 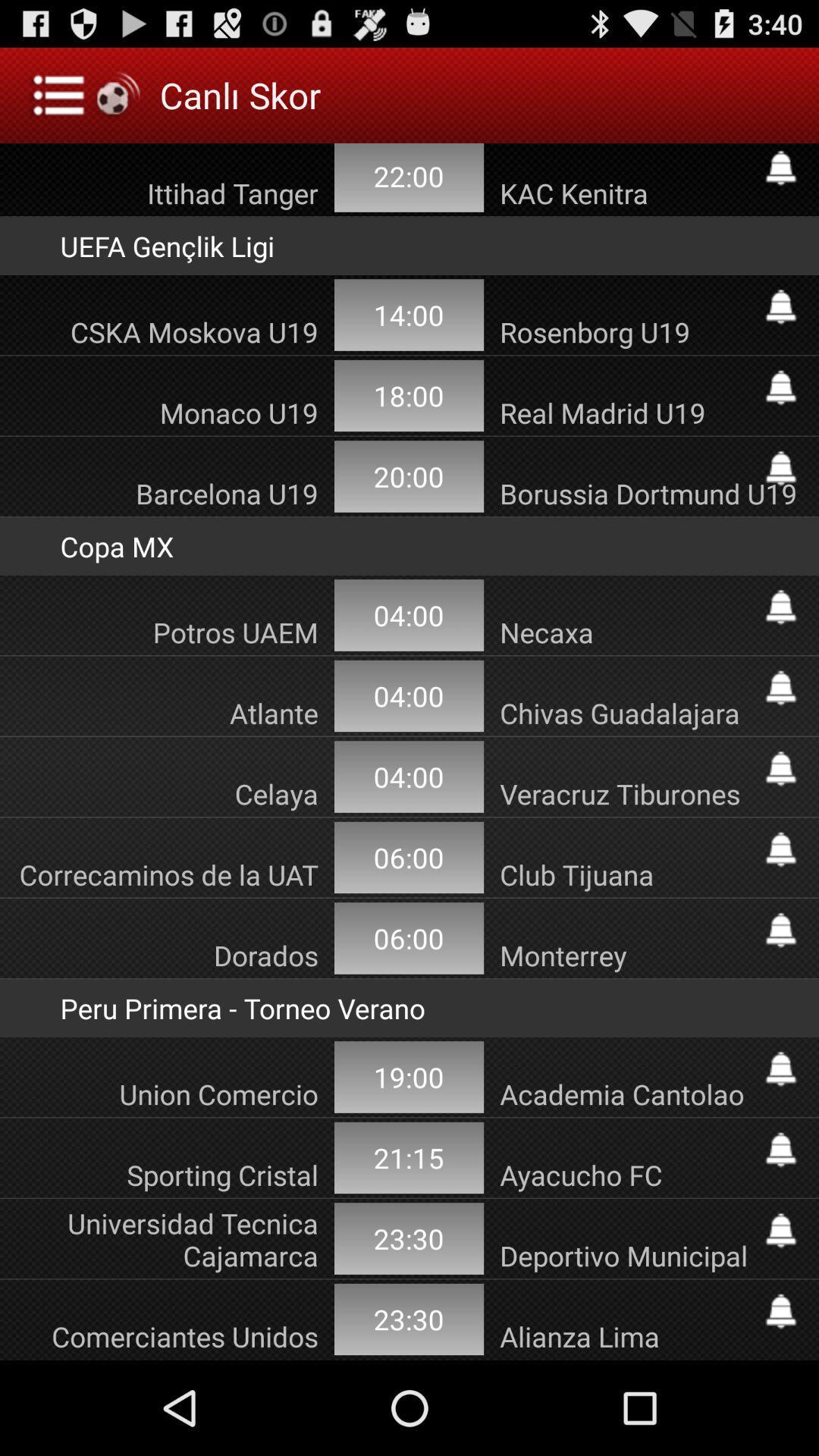 What do you see at coordinates (780, 687) in the screenshot?
I see `turn on notification` at bounding box center [780, 687].